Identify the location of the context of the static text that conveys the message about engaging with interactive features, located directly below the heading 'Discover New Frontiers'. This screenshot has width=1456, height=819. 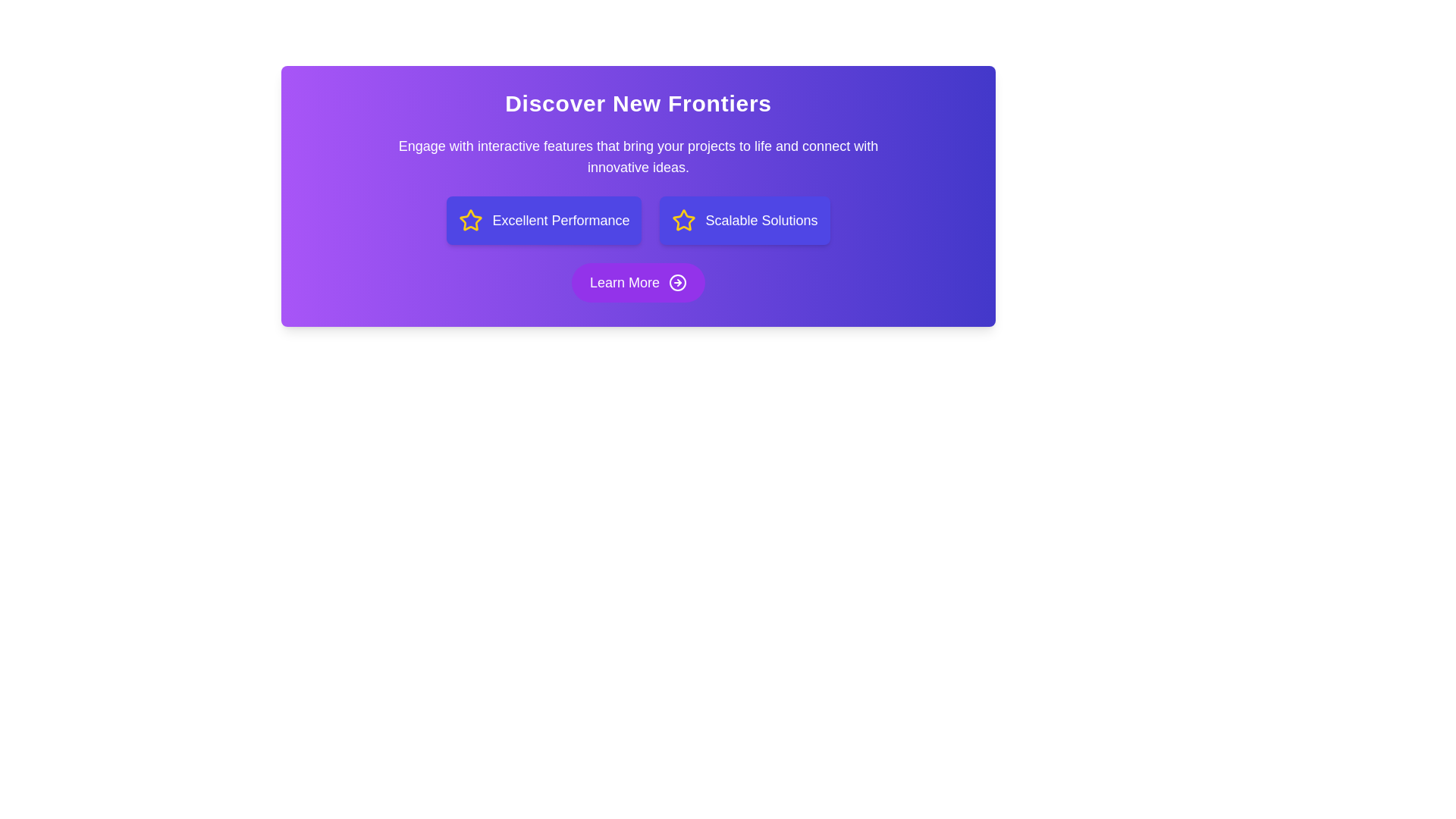
(638, 157).